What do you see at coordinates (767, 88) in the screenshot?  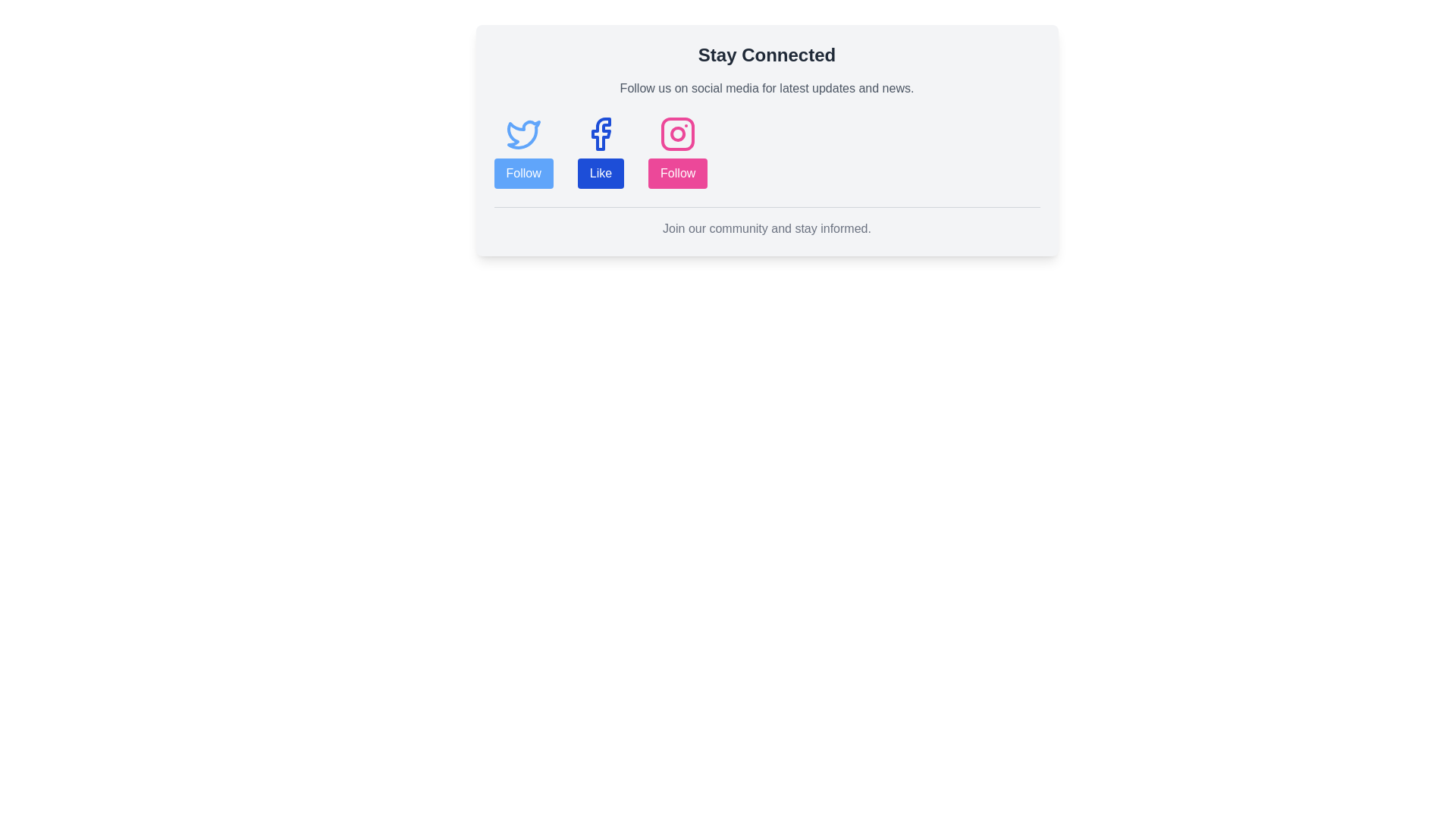 I see `the text element that provides contextual information about the social media section, which is centrally positioned in the card layout beneath the header 'Stay Connected'` at bounding box center [767, 88].